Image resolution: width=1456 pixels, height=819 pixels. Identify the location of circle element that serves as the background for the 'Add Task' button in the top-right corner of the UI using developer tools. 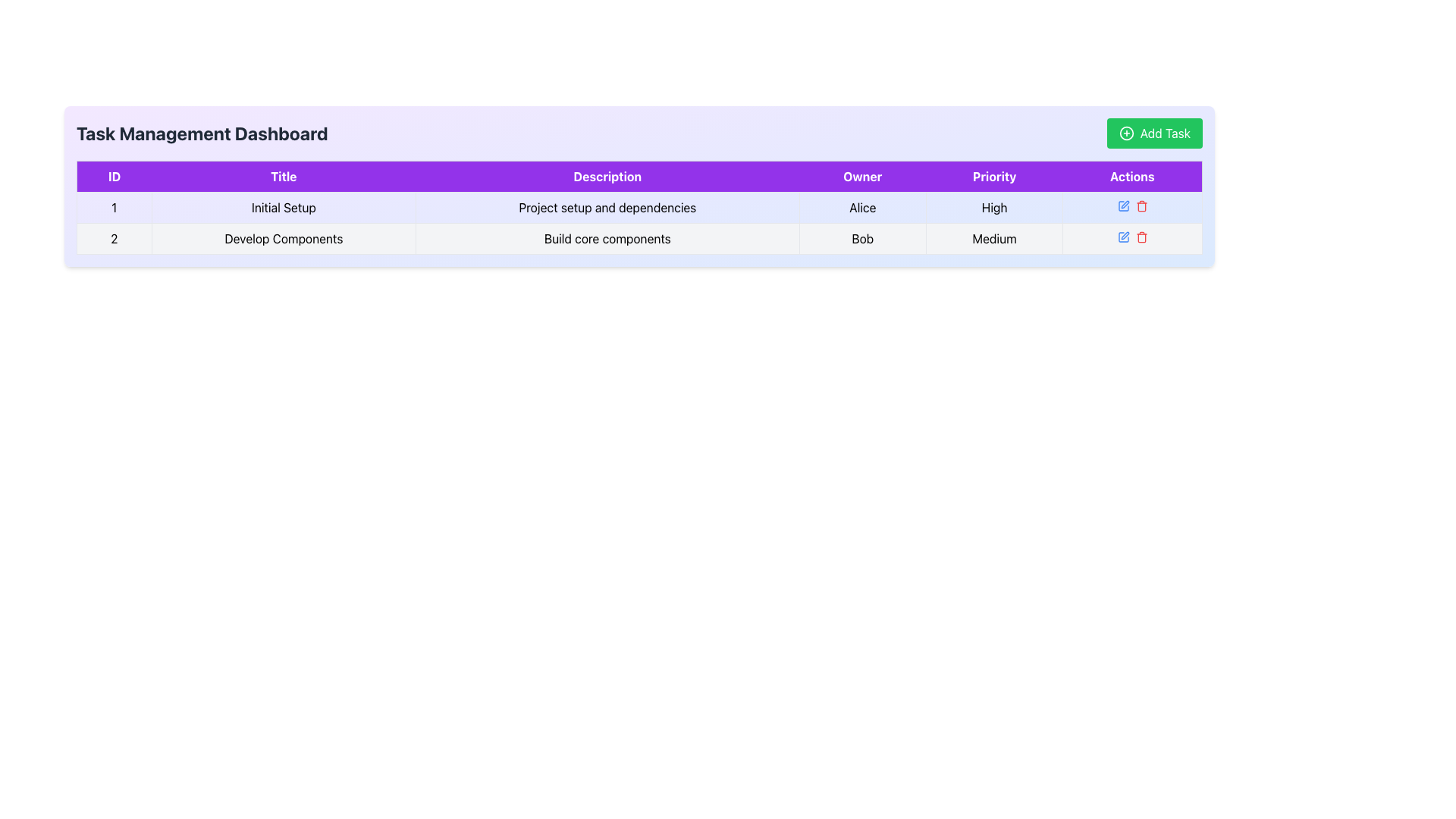
(1126, 133).